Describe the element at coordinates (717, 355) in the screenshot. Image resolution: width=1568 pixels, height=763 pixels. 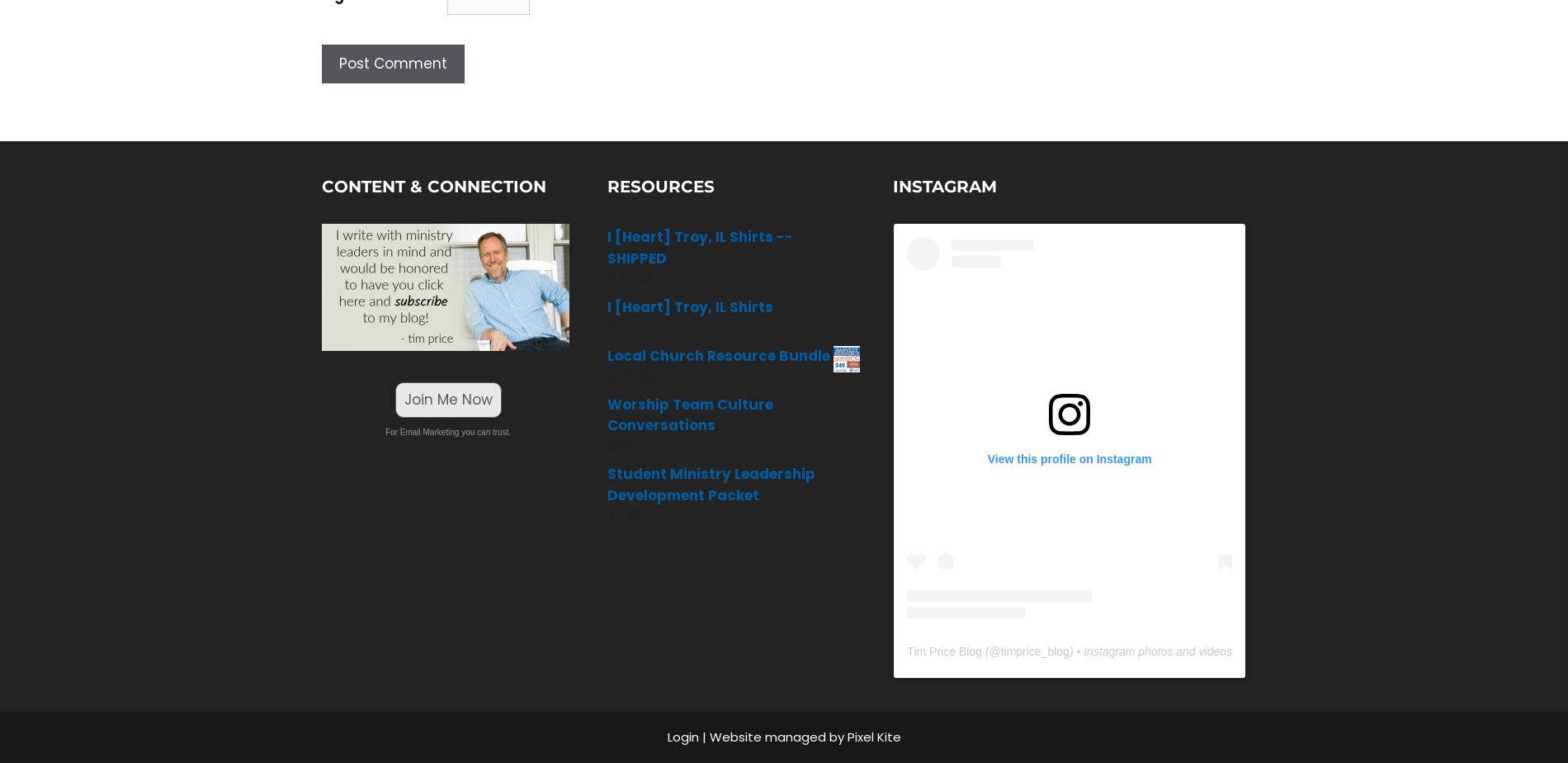
I see `'Local Church Resource Bundle'` at that location.